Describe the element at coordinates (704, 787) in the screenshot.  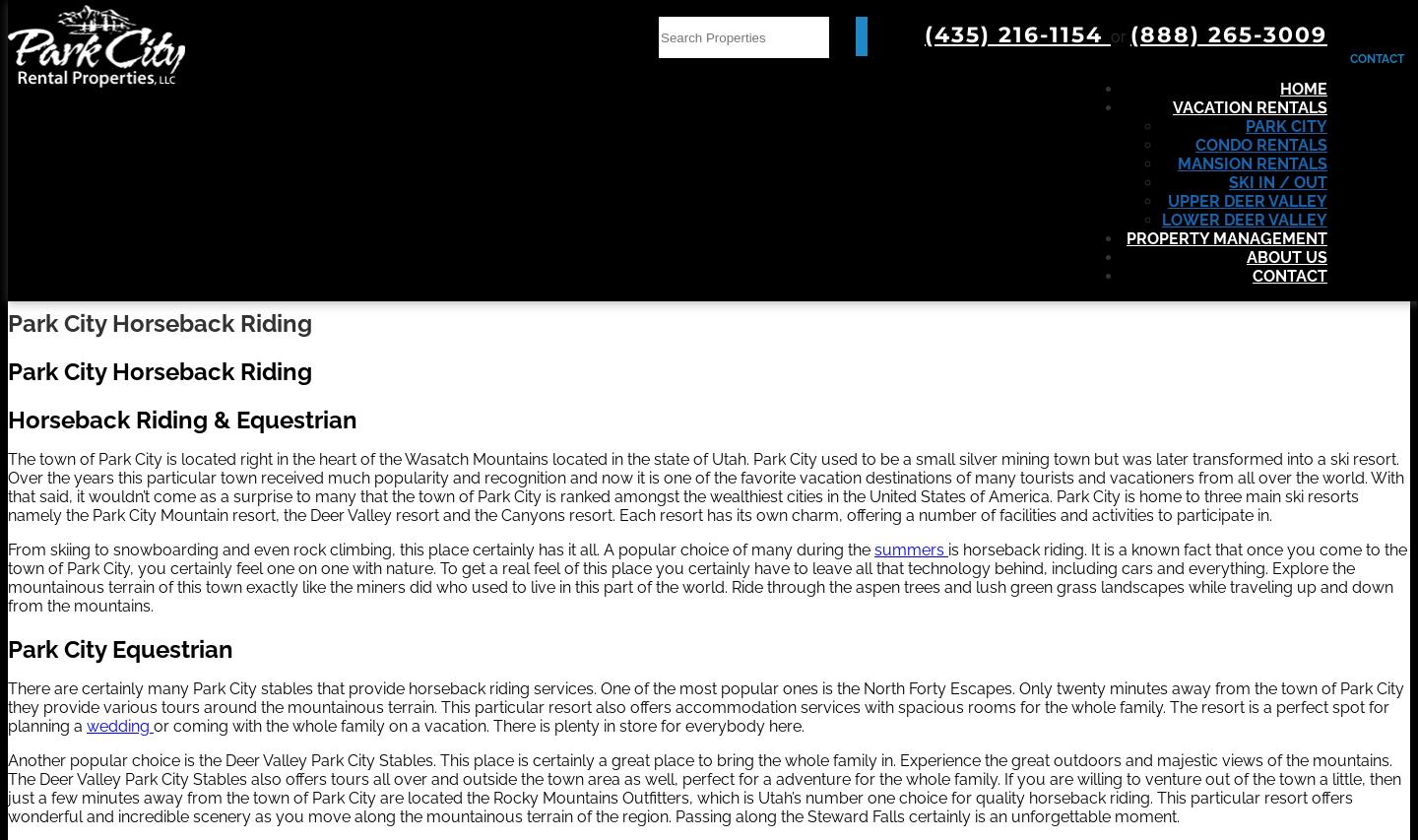
I see `'Another popular choice is the Deer Valley Park City Stables. This place is certainly a great place to bring the whole family in. Experience the great outdoors and majestic views of the mountains. The Deer Valley Park City Stables also offers tours all over and outside the town area as well, perfect for a adventure for the whole family. If you are willing to venture out of the town a little, then just a few minutes away from the town of Park City are located the Rocky Mountains Outfitters, which is Utah’s number one choice for quality horseback riding. This particular resort offers wonderful and incredible scenery as you move along the mountainous terrain of the region. Passing along the Steward Falls certainly is an unforgettable moment.'` at that location.